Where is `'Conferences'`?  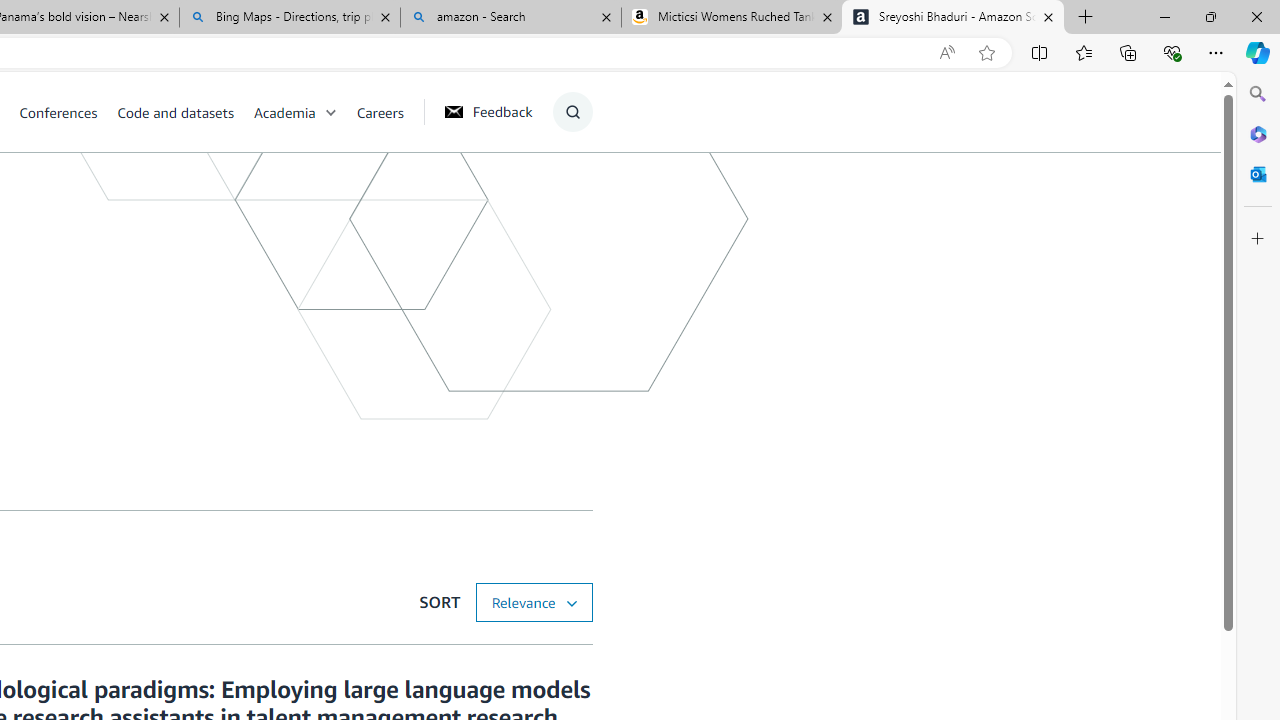
'Conferences' is located at coordinates (68, 111).